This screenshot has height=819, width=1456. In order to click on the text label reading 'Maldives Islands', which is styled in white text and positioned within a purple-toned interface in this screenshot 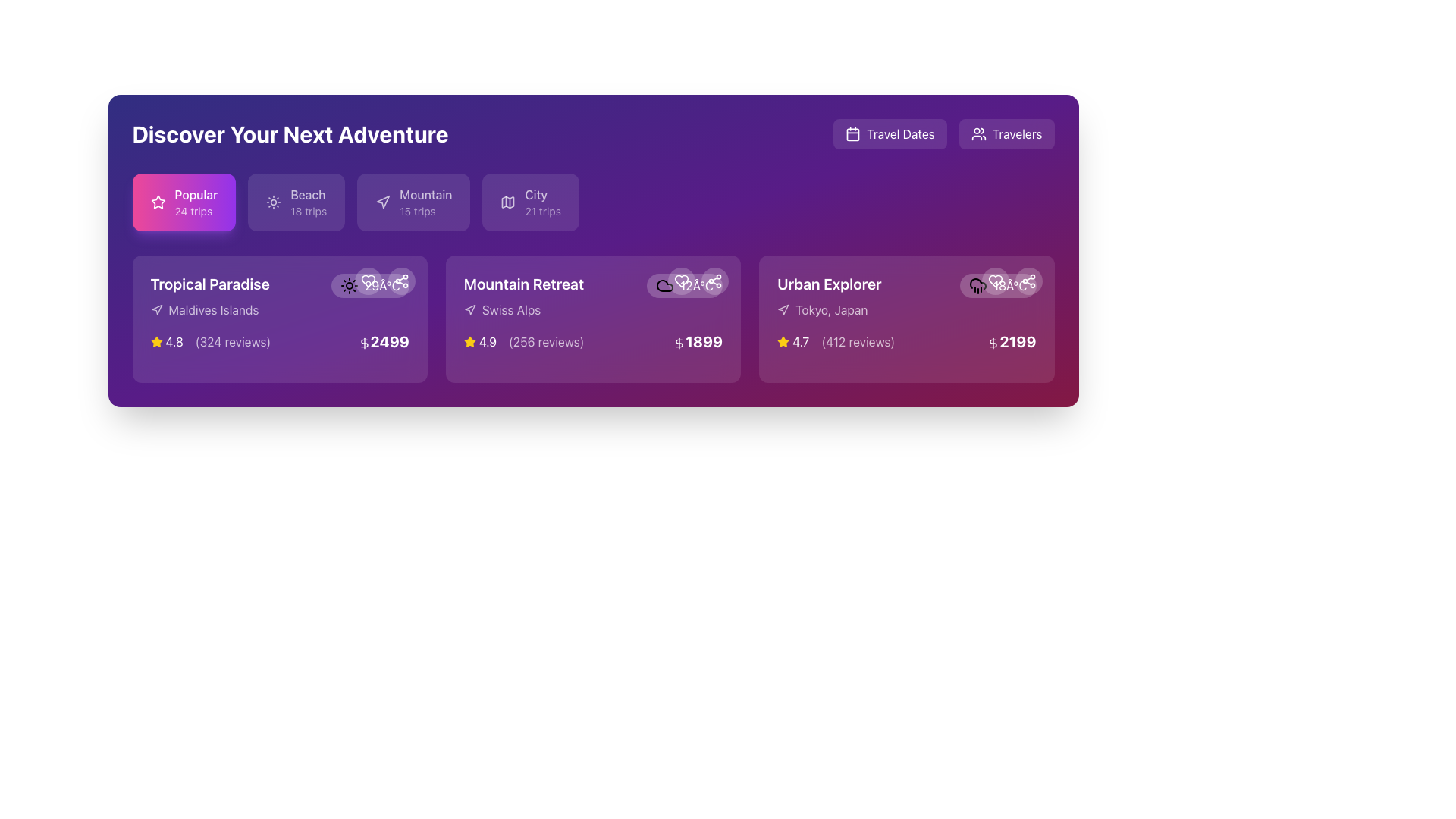, I will do `click(213, 309)`.